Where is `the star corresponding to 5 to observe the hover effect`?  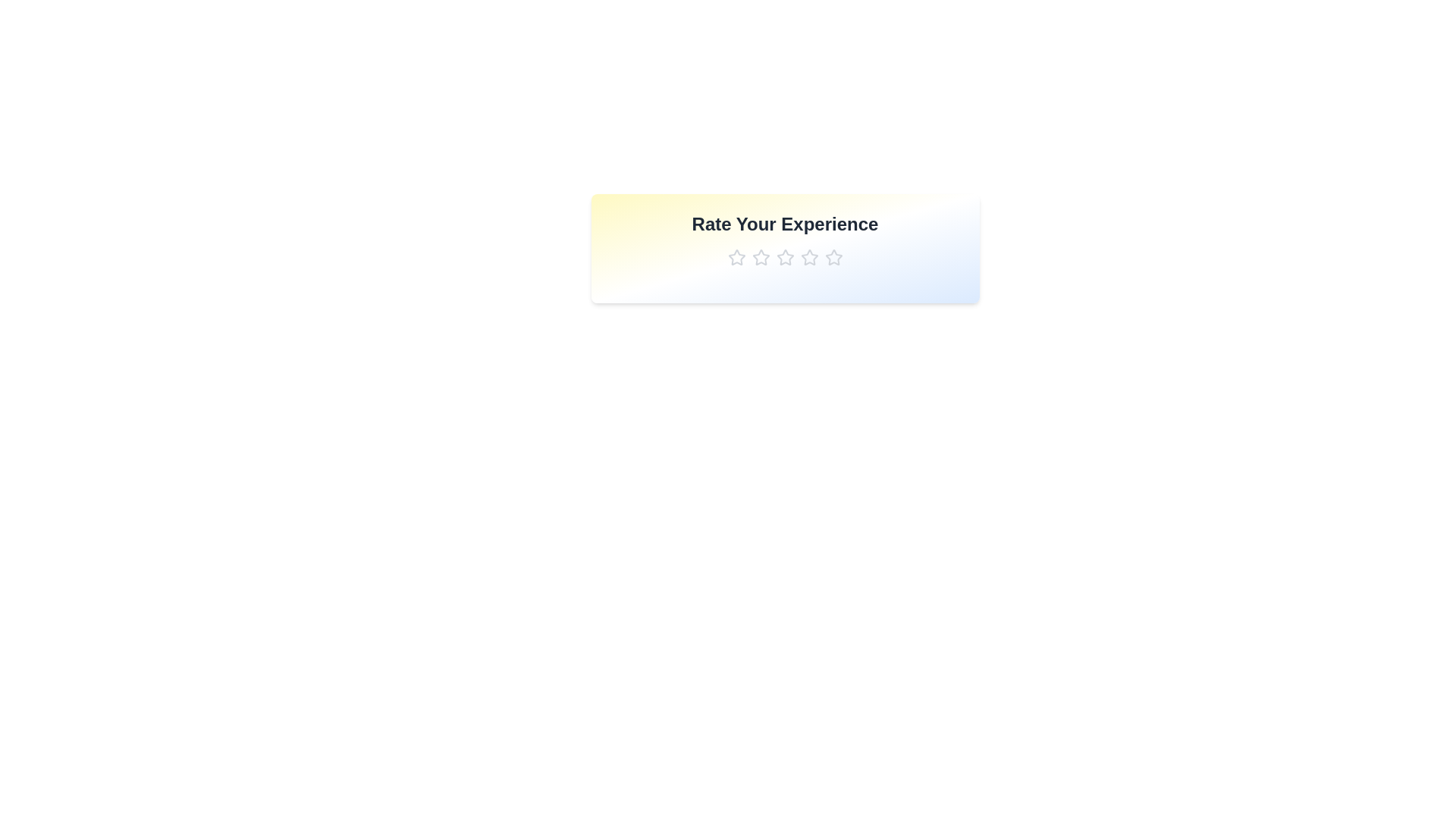
the star corresponding to 5 to observe the hover effect is located at coordinates (833, 256).